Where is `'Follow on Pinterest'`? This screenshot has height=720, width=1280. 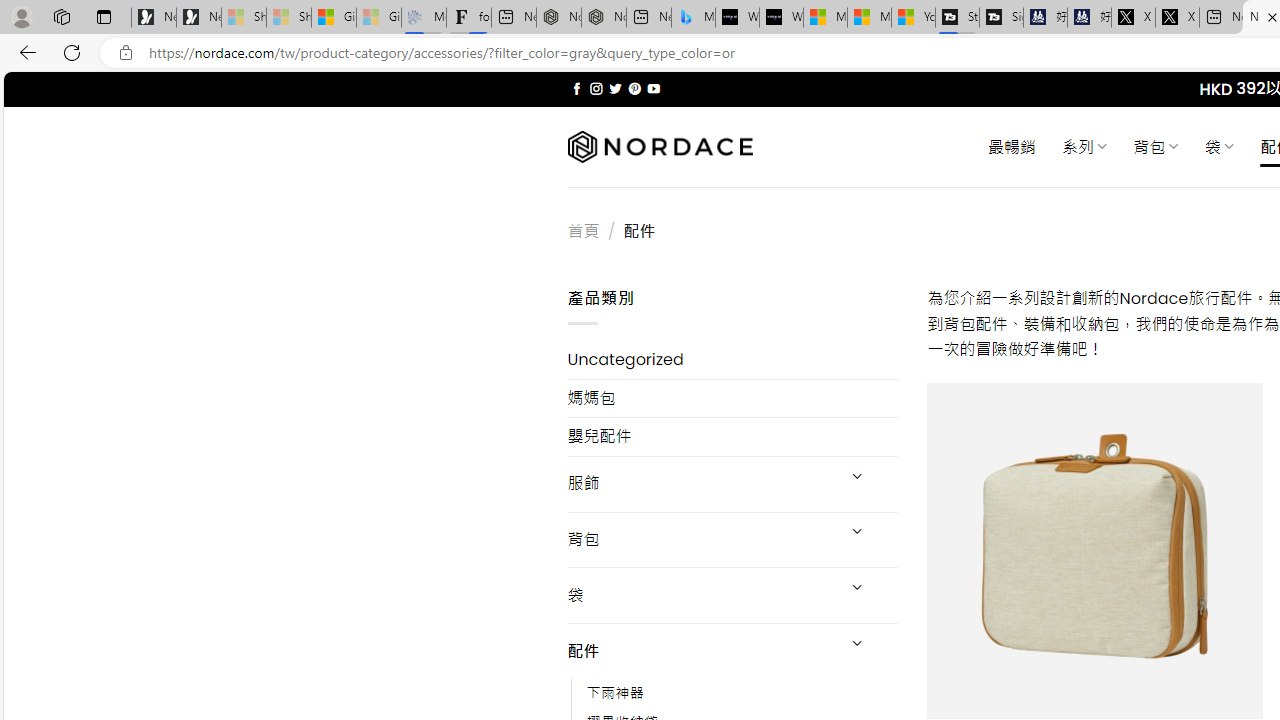 'Follow on Pinterest' is located at coordinates (633, 88).